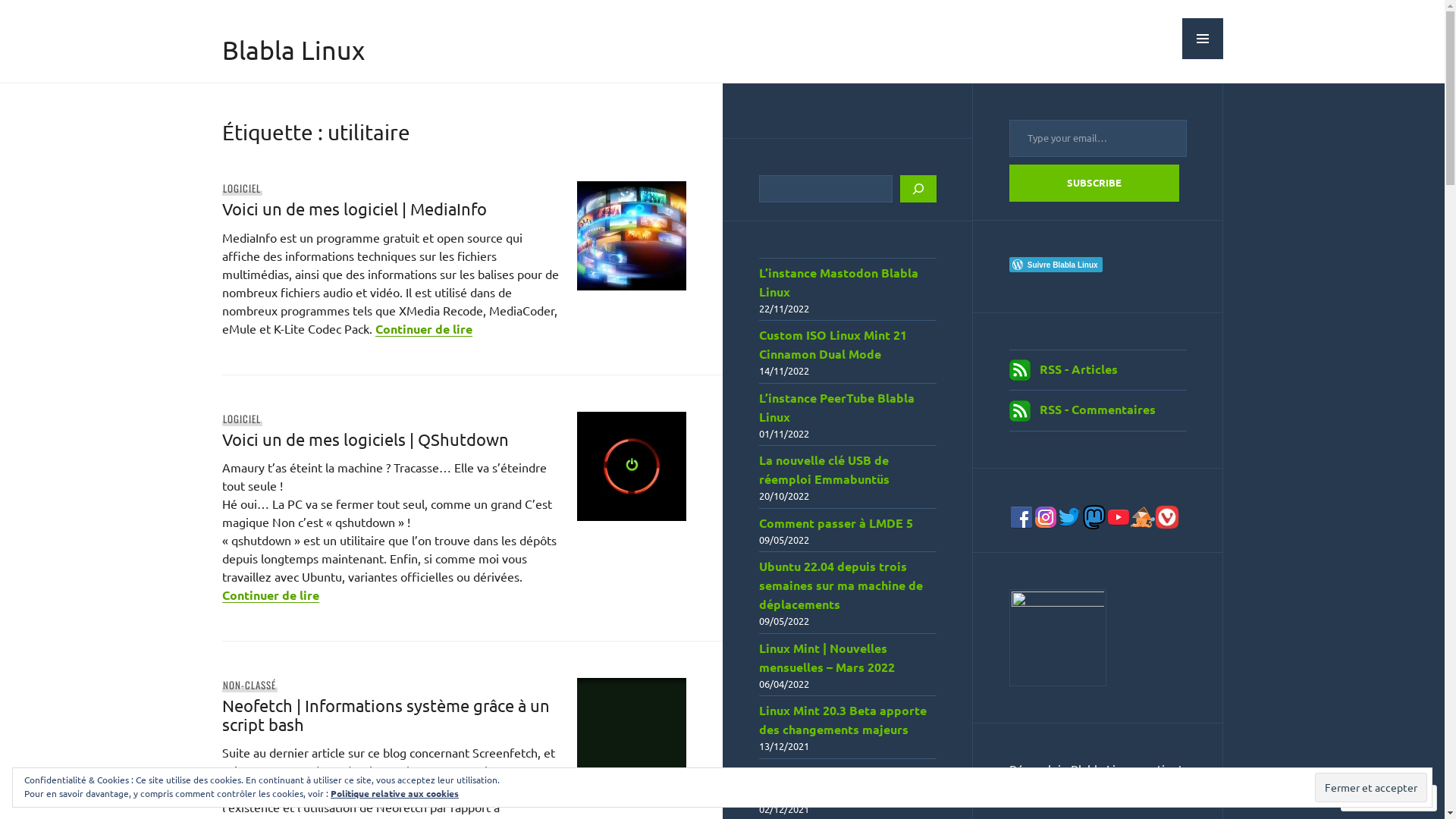 Image resolution: width=1456 pixels, height=819 pixels. I want to click on 'Fermer et accepter', so click(1371, 786).